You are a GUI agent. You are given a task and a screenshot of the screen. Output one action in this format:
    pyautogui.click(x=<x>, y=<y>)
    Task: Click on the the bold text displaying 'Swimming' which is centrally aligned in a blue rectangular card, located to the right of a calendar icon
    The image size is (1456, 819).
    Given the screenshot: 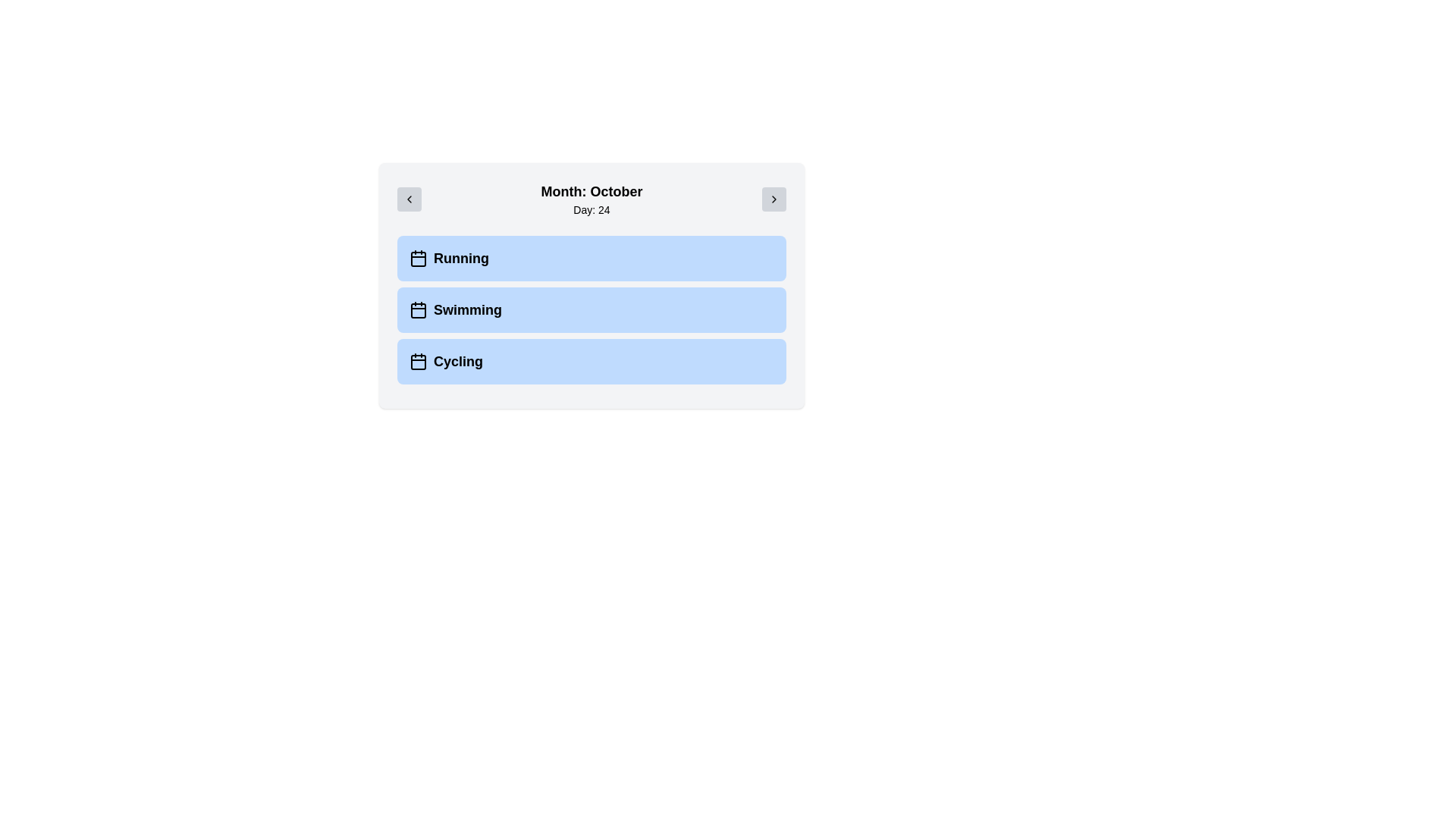 What is the action you would take?
    pyautogui.click(x=467, y=309)
    